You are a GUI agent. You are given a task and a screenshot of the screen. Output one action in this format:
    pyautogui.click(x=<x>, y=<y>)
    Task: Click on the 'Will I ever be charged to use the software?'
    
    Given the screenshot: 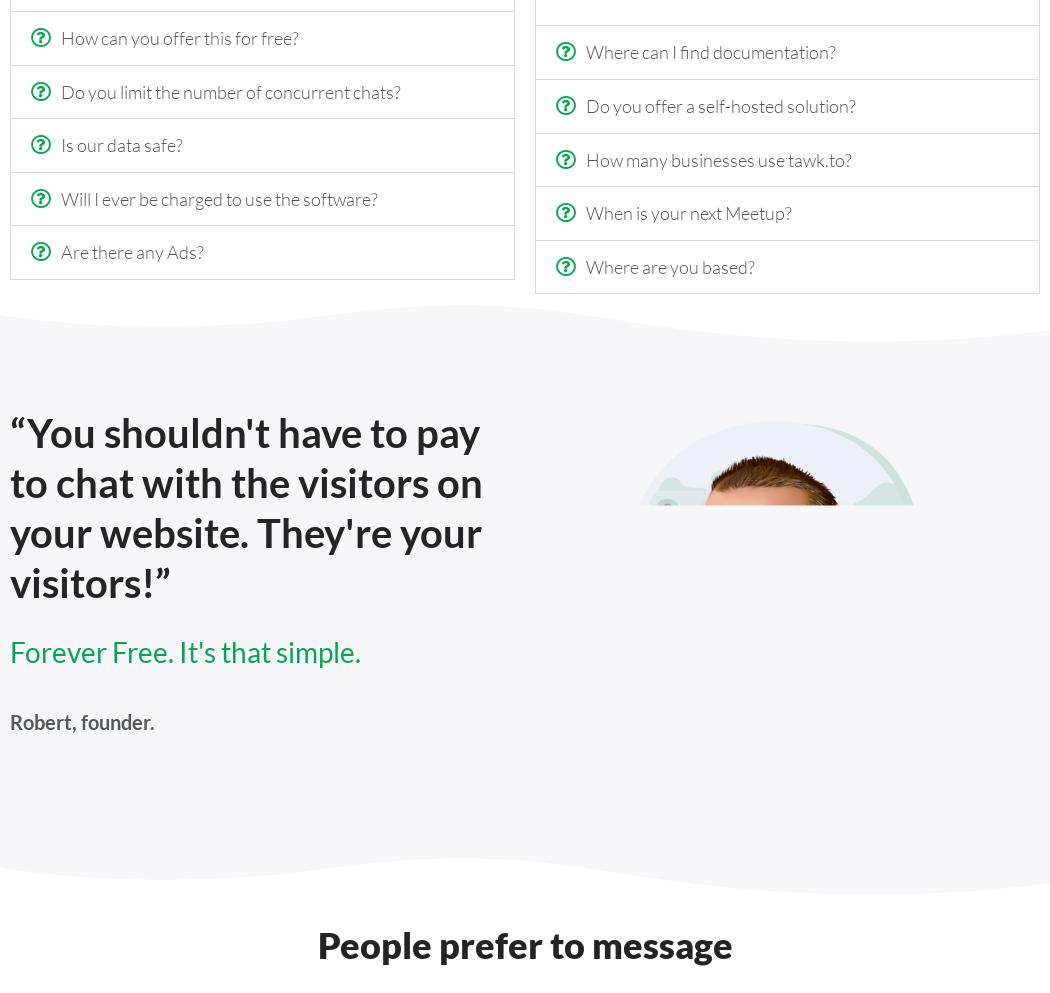 What is the action you would take?
    pyautogui.click(x=218, y=198)
    